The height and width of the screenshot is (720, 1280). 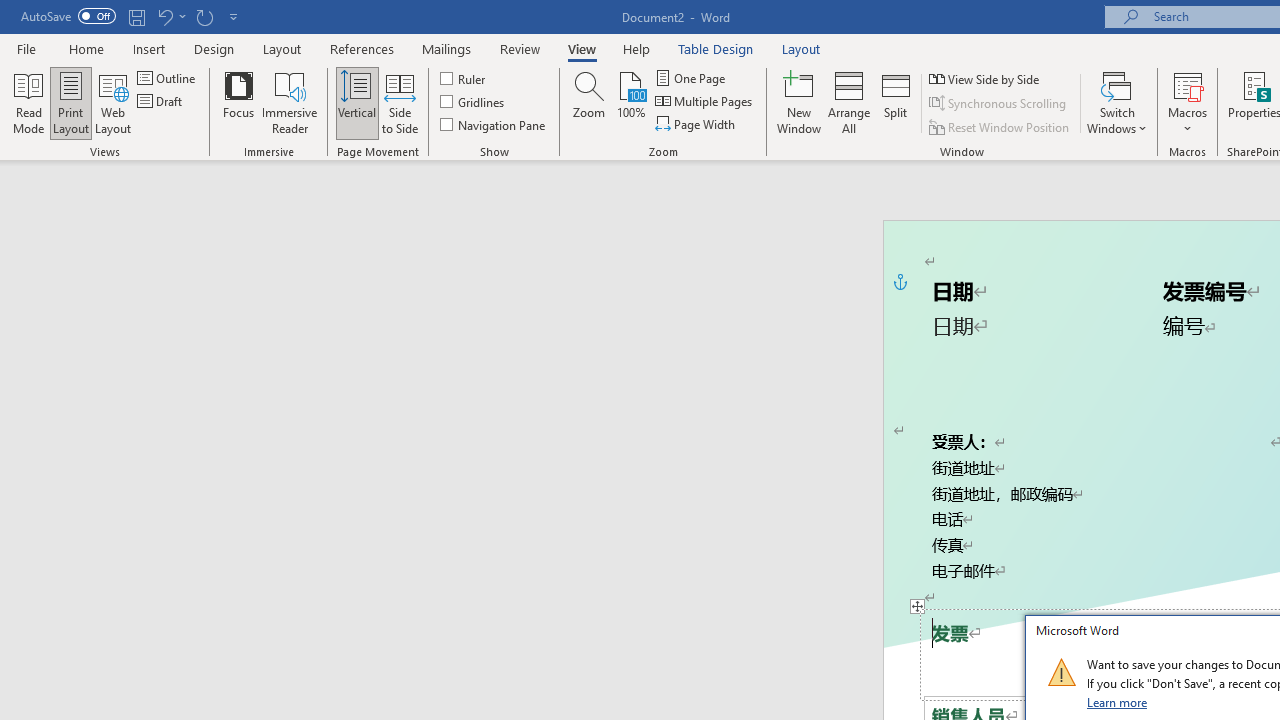 I want to click on 'Outline', so click(x=168, y=77).